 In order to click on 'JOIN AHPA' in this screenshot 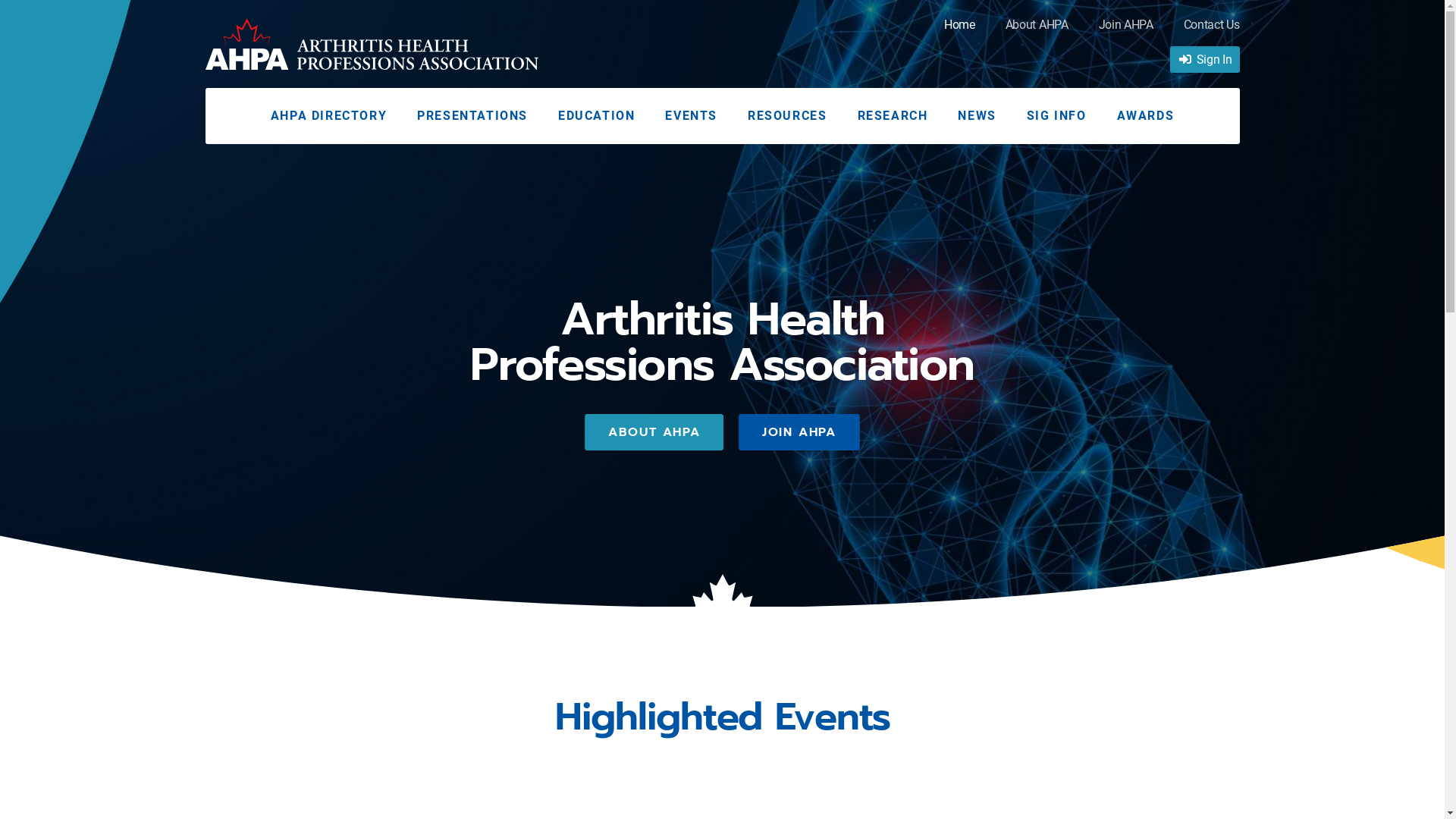, I will do `click(739, 432)`.